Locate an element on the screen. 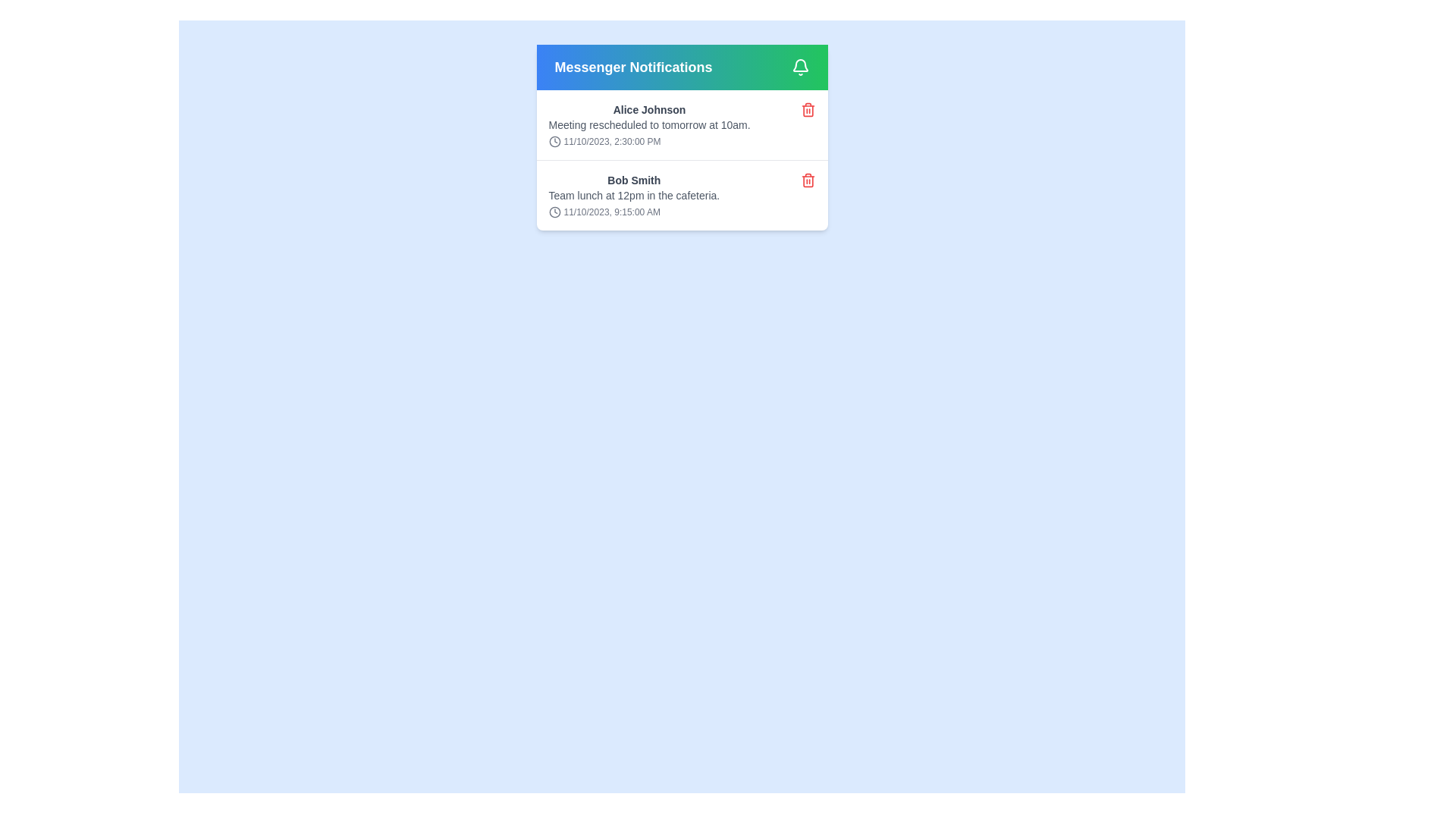 The width and height of the screenshot is (1456, 819). the main body of the trash can icon located in the top-right area of the notification card is located at coordinates (807, 110).